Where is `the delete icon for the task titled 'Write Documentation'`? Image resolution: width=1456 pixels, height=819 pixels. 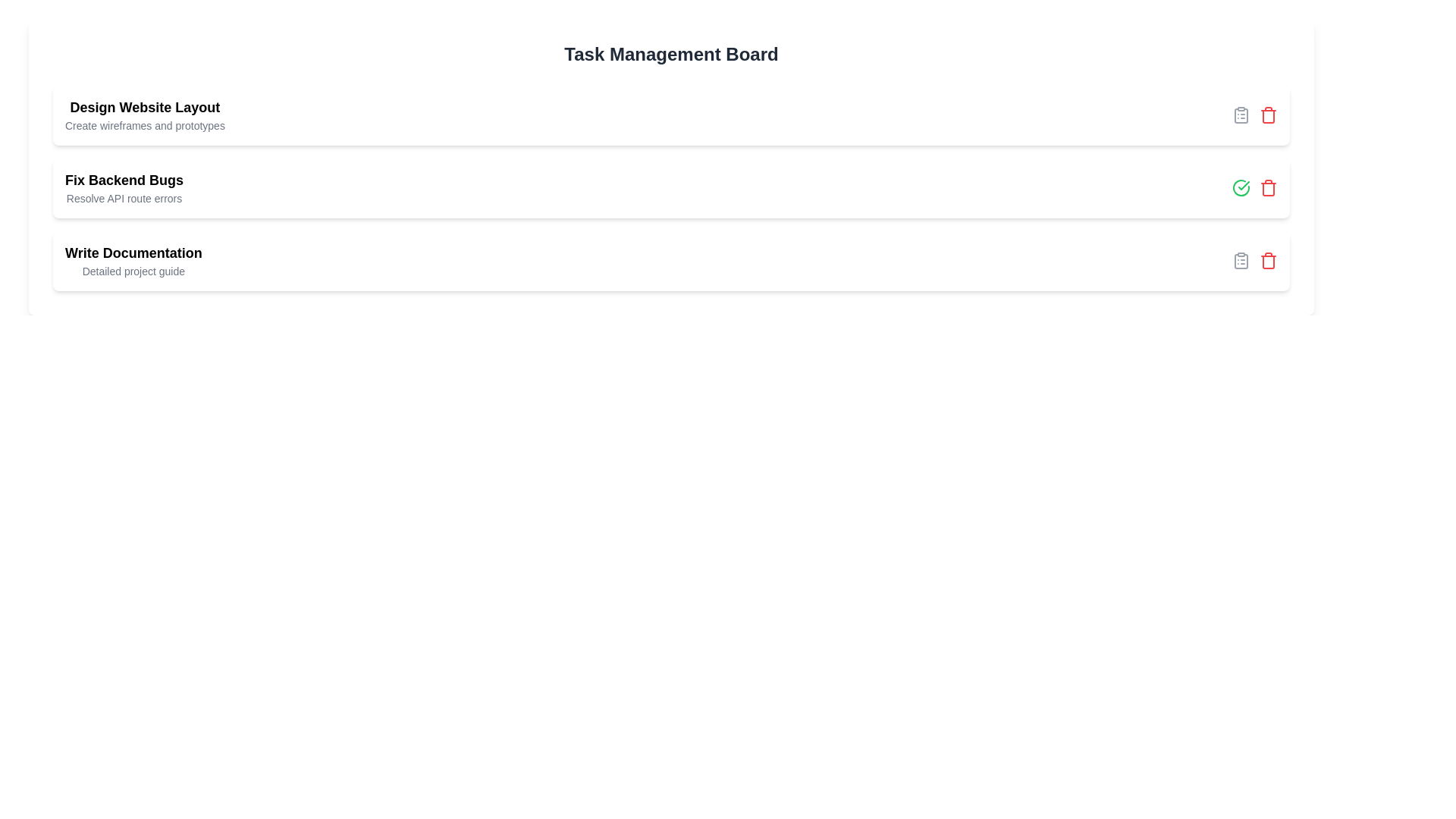
the delete icon for the task titled 'Write Documentation' is located at coordinates (1269, 259).